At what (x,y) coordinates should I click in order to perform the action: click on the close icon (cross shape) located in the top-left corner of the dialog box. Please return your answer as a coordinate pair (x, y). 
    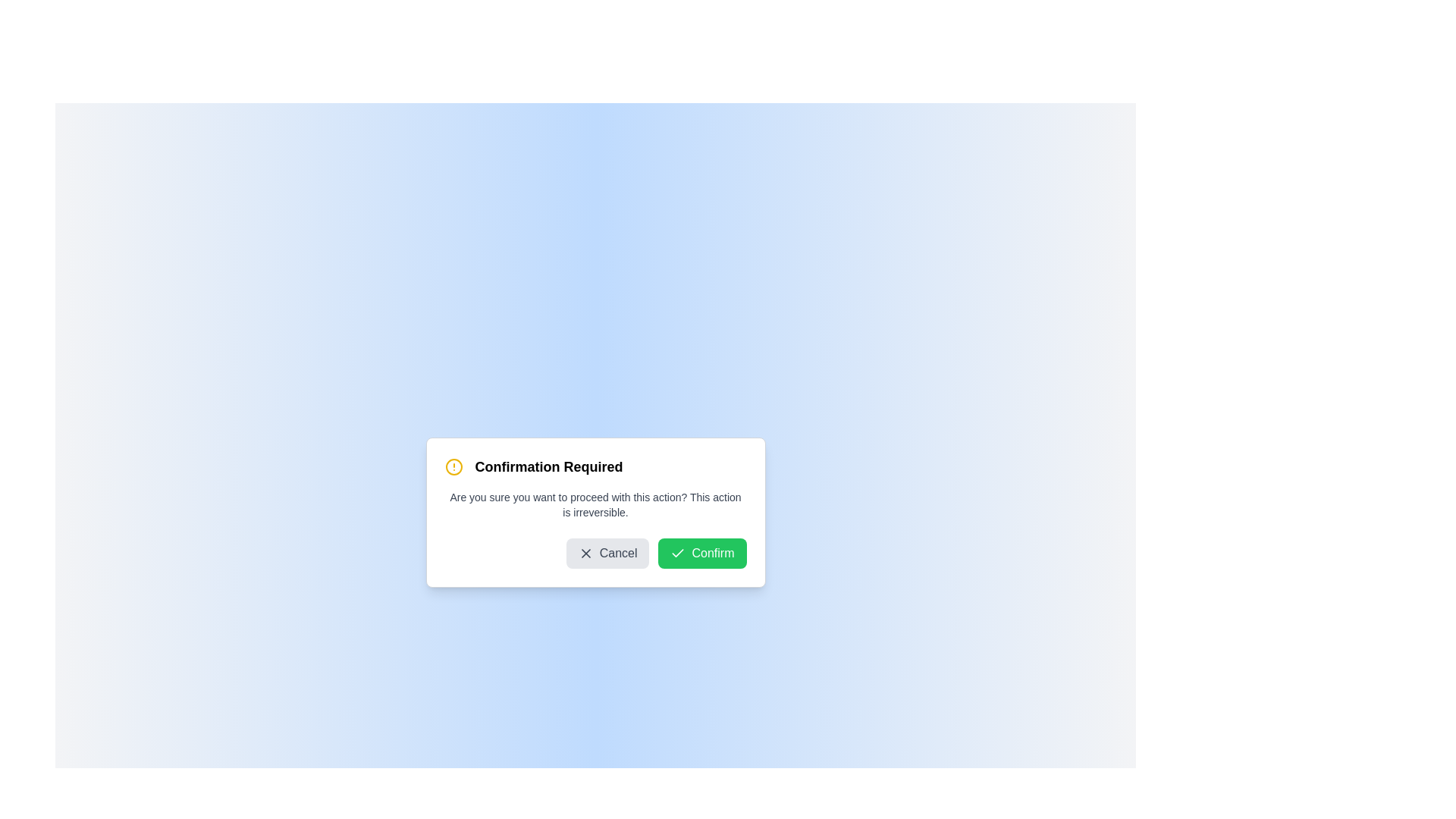
    Looking at the image, I should click on (585, 553).